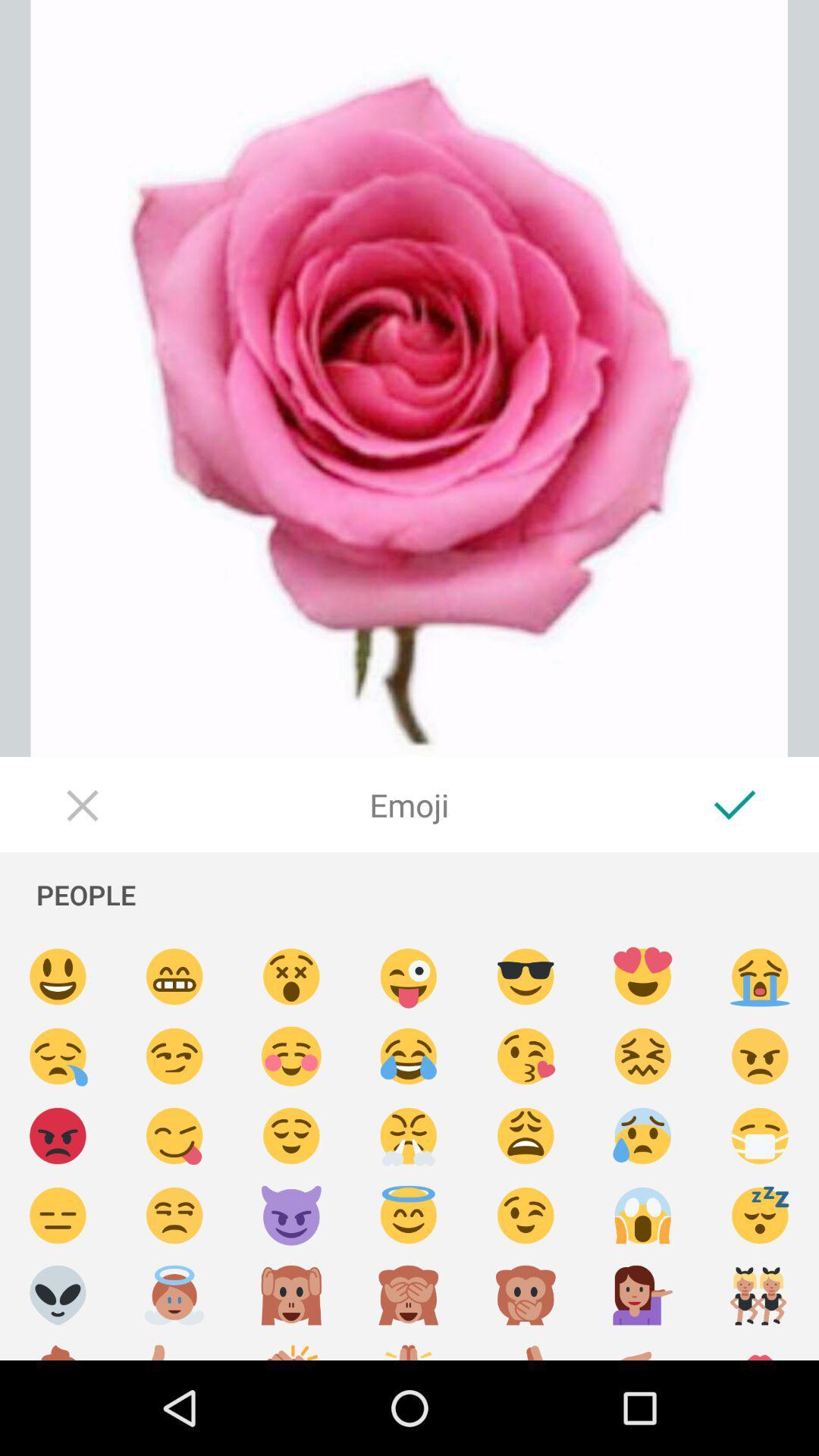  What do you see at coordinates (57, 977) in the screenshot?
I see `emoji` at bounding box center [57, 977].